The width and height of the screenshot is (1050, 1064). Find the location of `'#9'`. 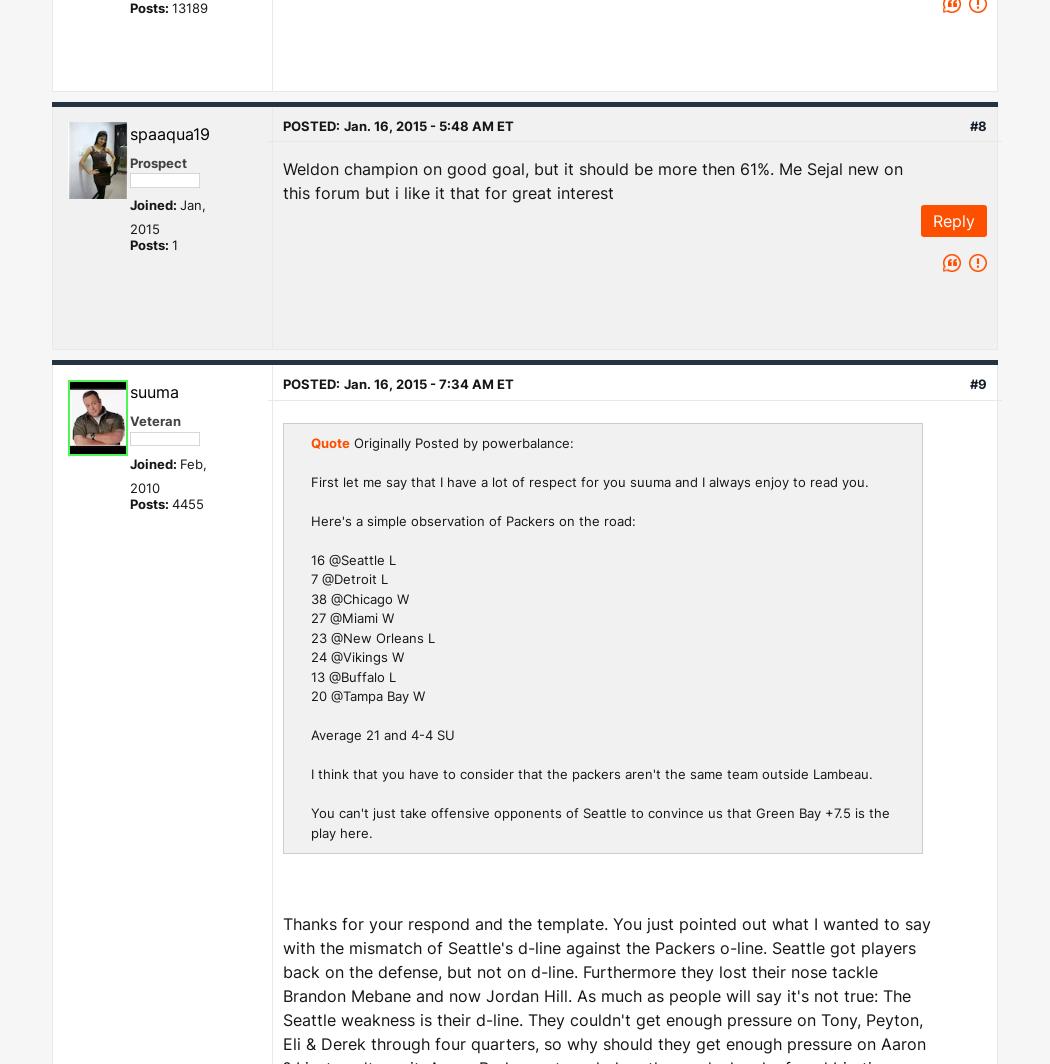

'#9' is located at coordinates (978, 383).